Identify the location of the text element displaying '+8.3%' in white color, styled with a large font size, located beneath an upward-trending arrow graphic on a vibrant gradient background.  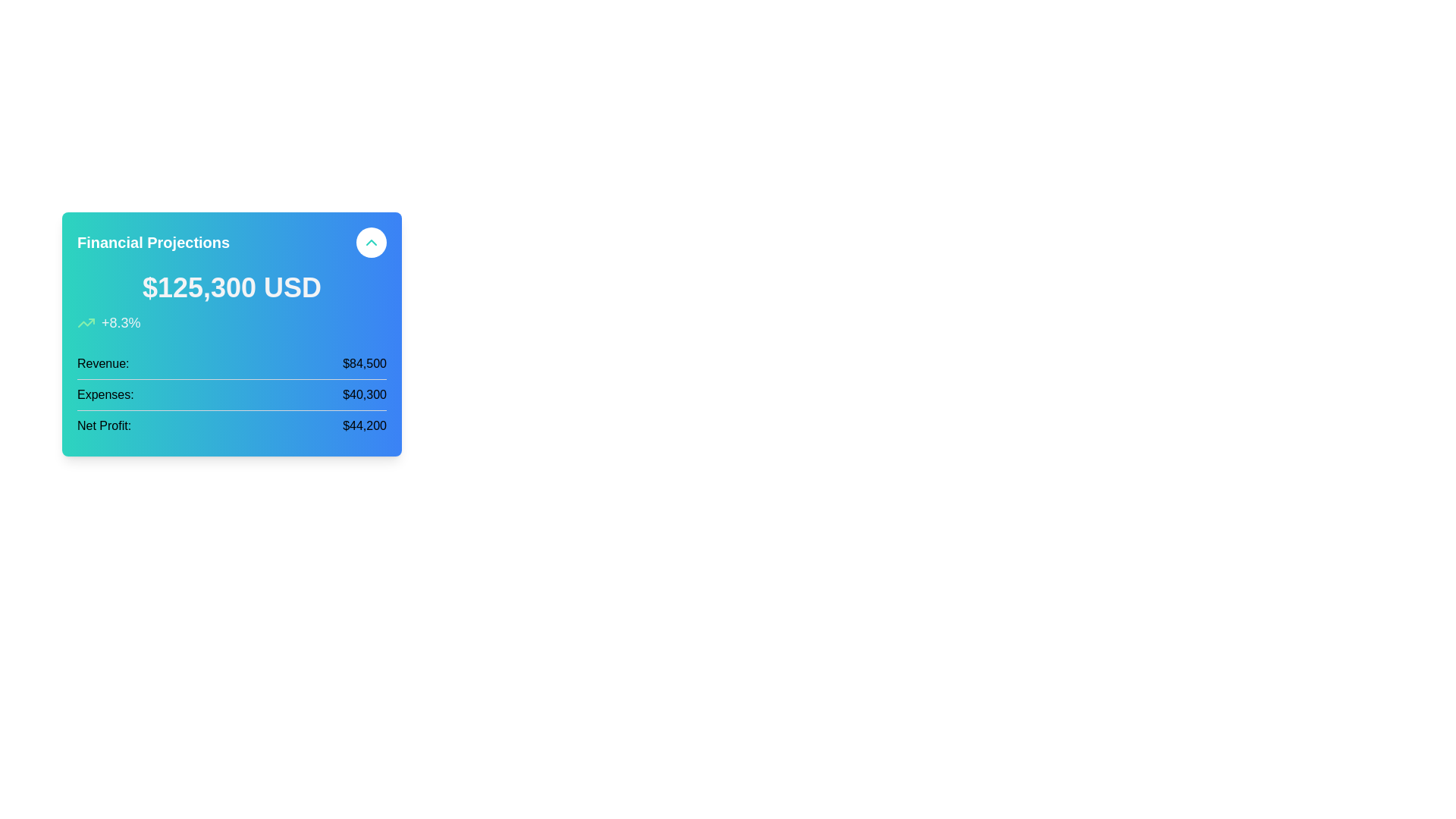
(120, 322).